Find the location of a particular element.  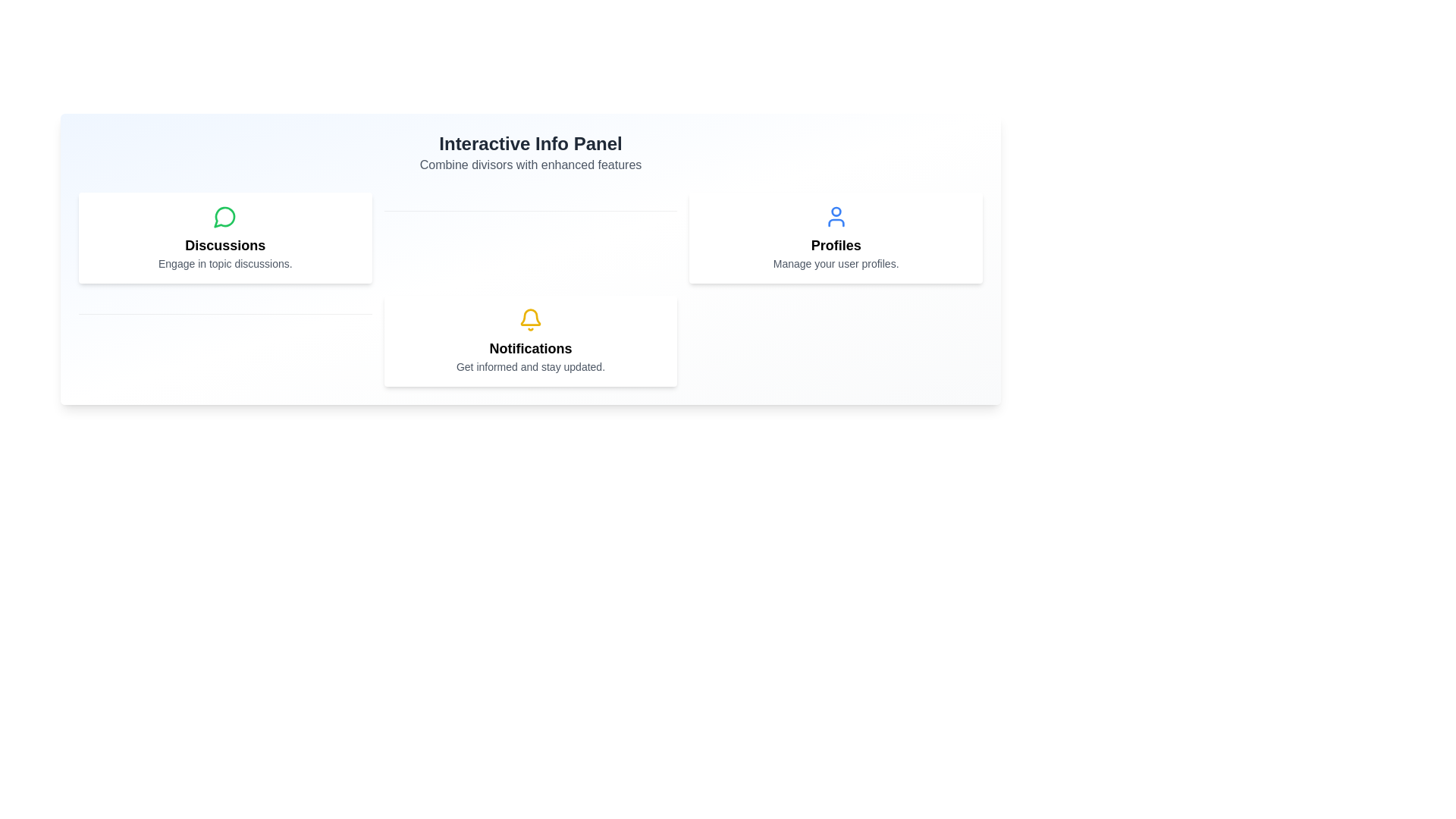

the second card in the horizontal grid layout that provides access to manage user profiles or view relevant information associated with user accounts is located at coordinates (835, 237).